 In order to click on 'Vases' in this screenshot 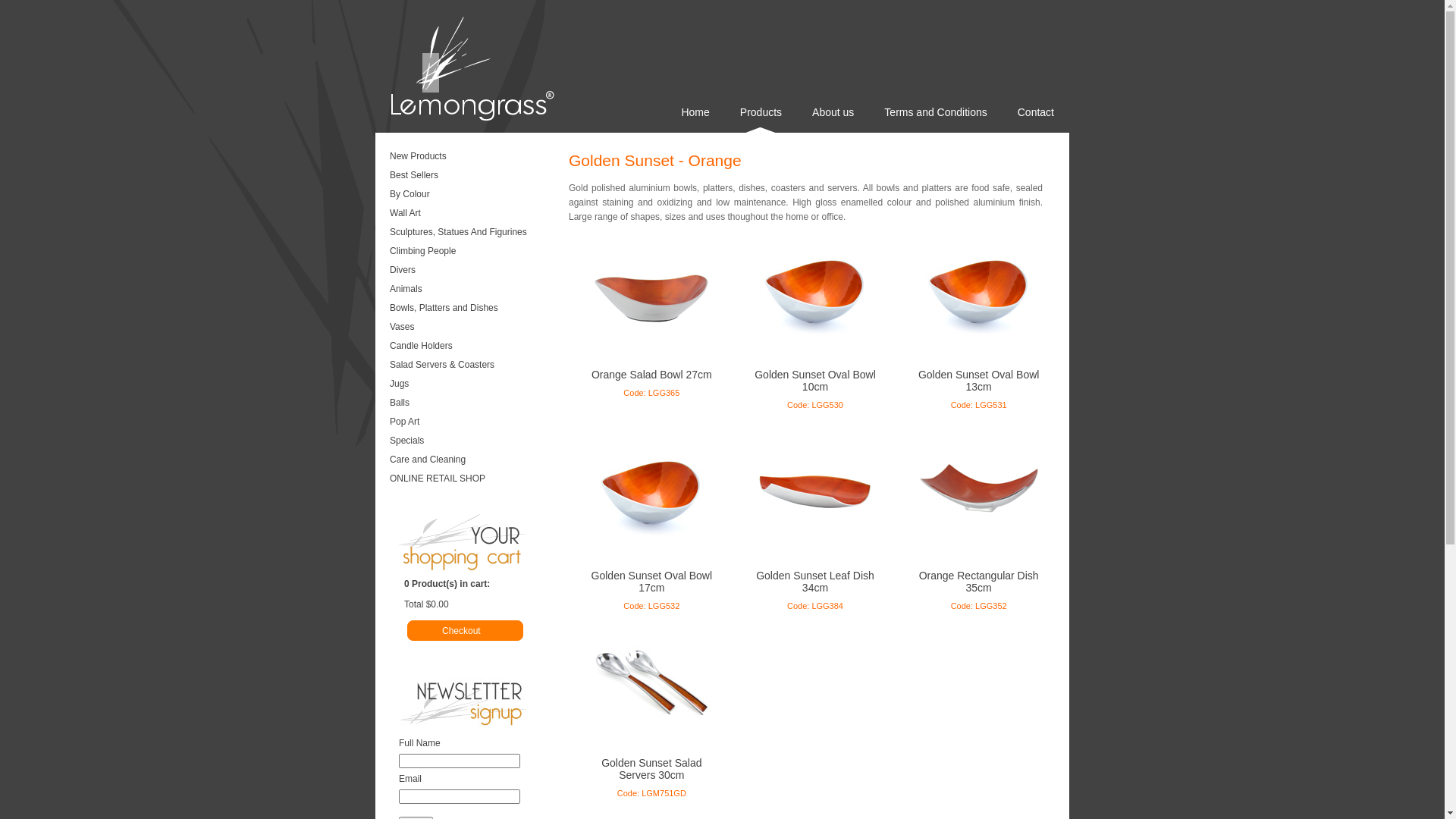, I will do `click(469, 327)`.